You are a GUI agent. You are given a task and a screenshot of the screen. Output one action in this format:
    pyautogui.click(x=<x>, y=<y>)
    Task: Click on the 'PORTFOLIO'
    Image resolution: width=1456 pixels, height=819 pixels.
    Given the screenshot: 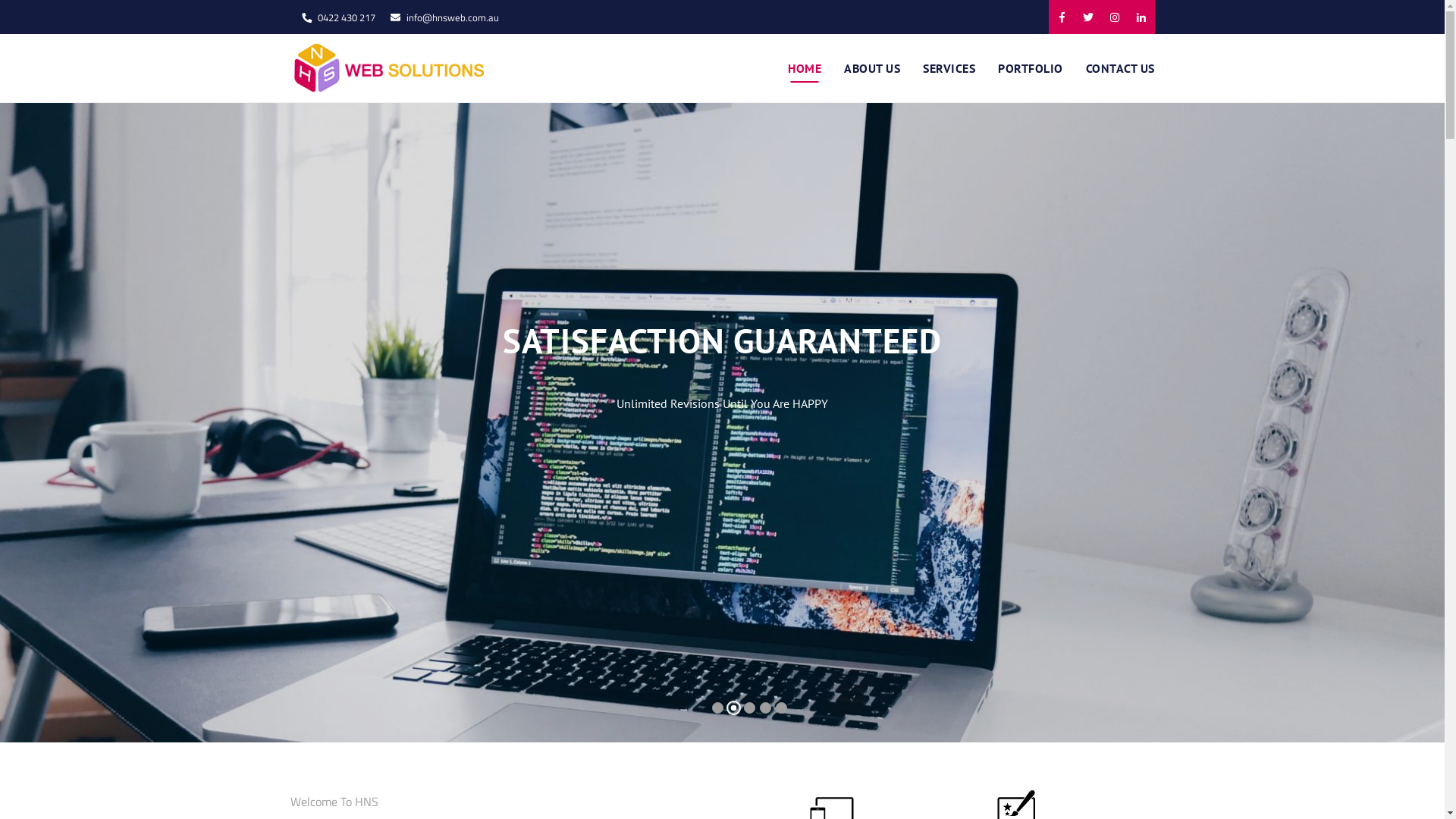 What is the action you would take?
    pyautogui.click(x=1030, y=67)
    